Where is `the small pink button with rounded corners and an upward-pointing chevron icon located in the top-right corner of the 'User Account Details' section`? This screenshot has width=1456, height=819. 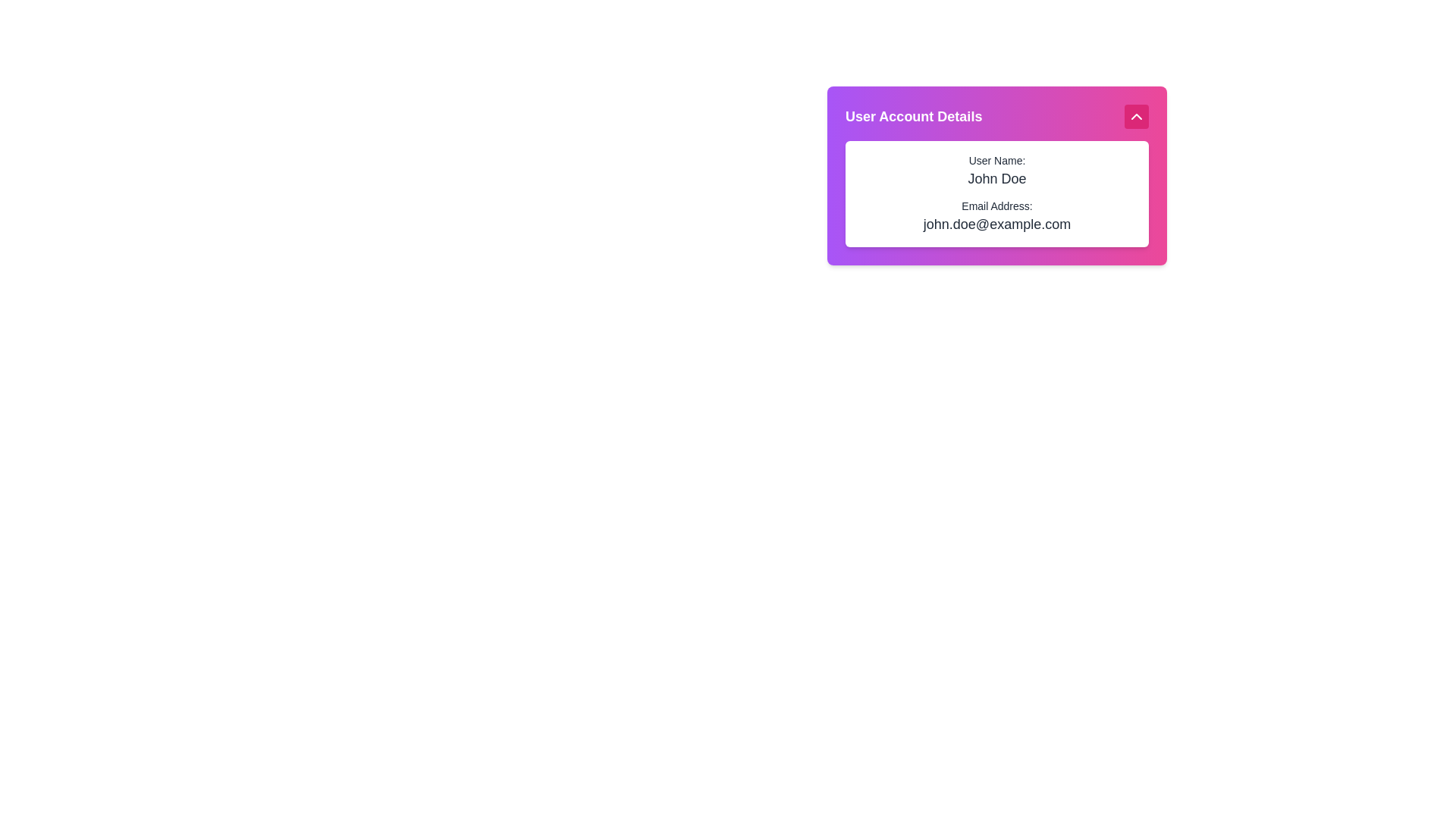
the small pink button with rounded corners and an upward-pointing chevron icon located in the top-right corner of the 'User Account Details' section is located at coordinates (1136, 116).